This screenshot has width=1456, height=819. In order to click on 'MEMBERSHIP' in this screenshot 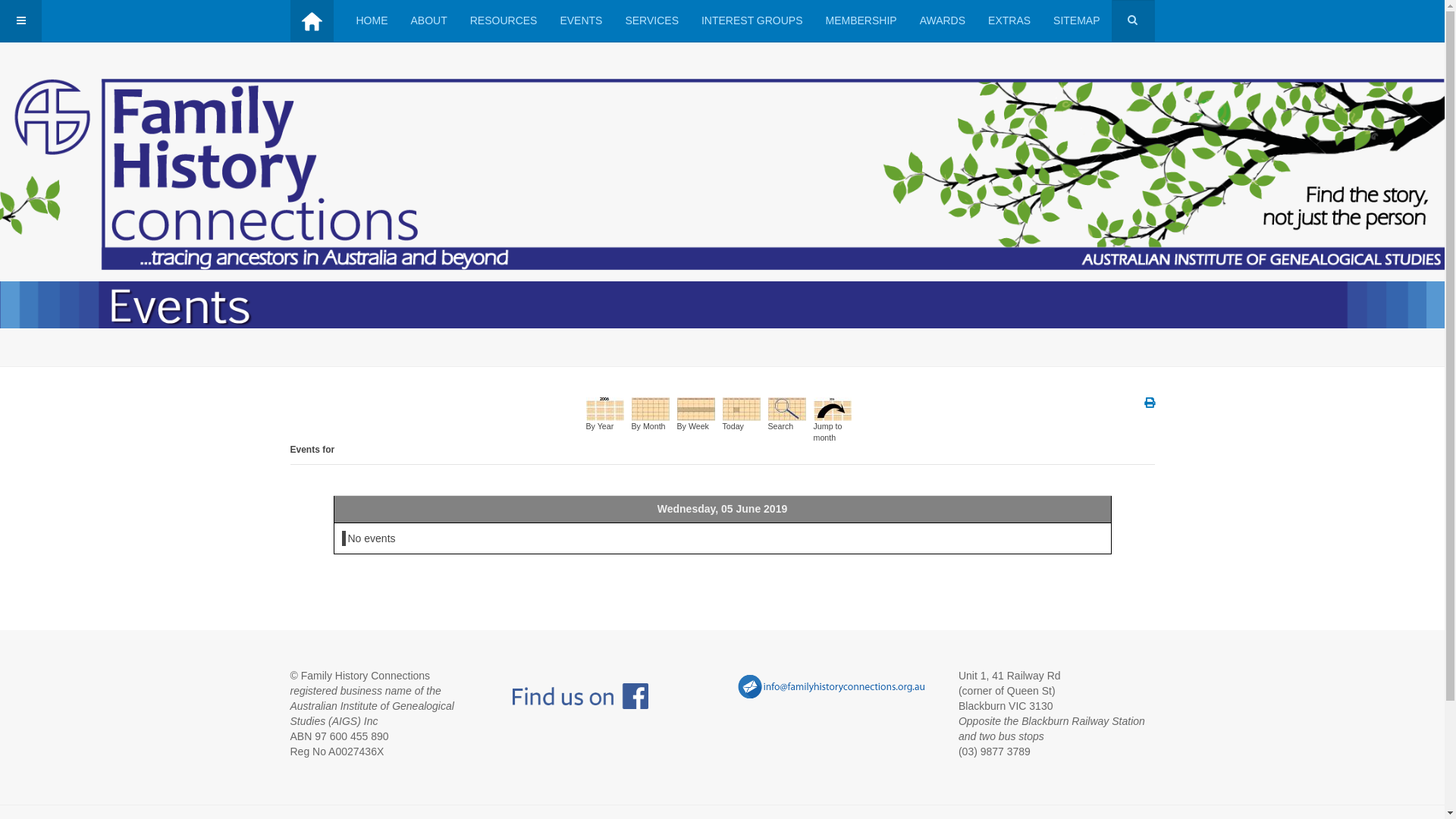, I will do `click(861, 20)`.